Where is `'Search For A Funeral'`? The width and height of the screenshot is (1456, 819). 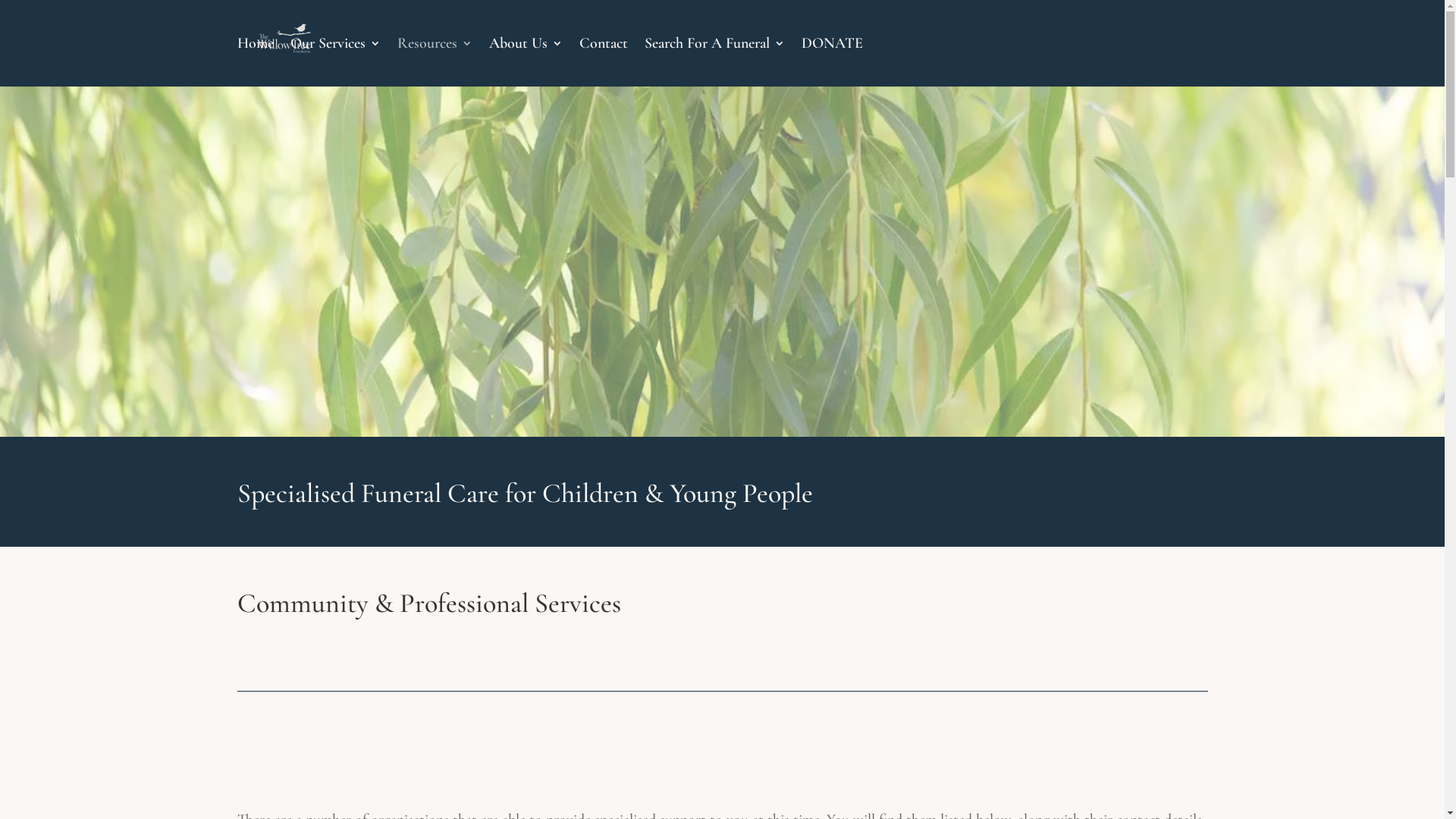
'Search For A Funeral' is located at coordinates (644, 61).